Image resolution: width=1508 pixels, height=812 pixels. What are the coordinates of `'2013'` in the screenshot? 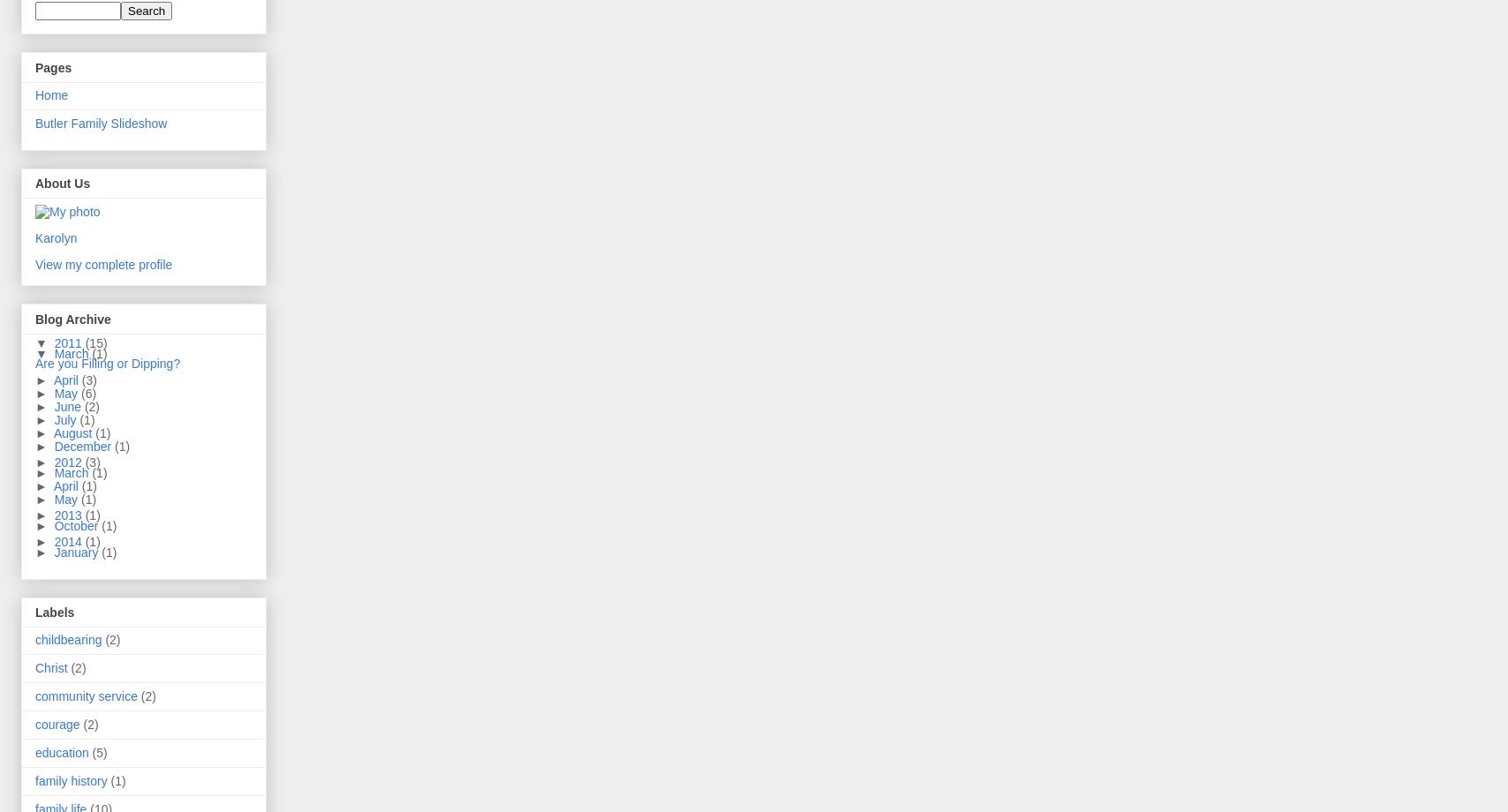 It's located at (52, 515).